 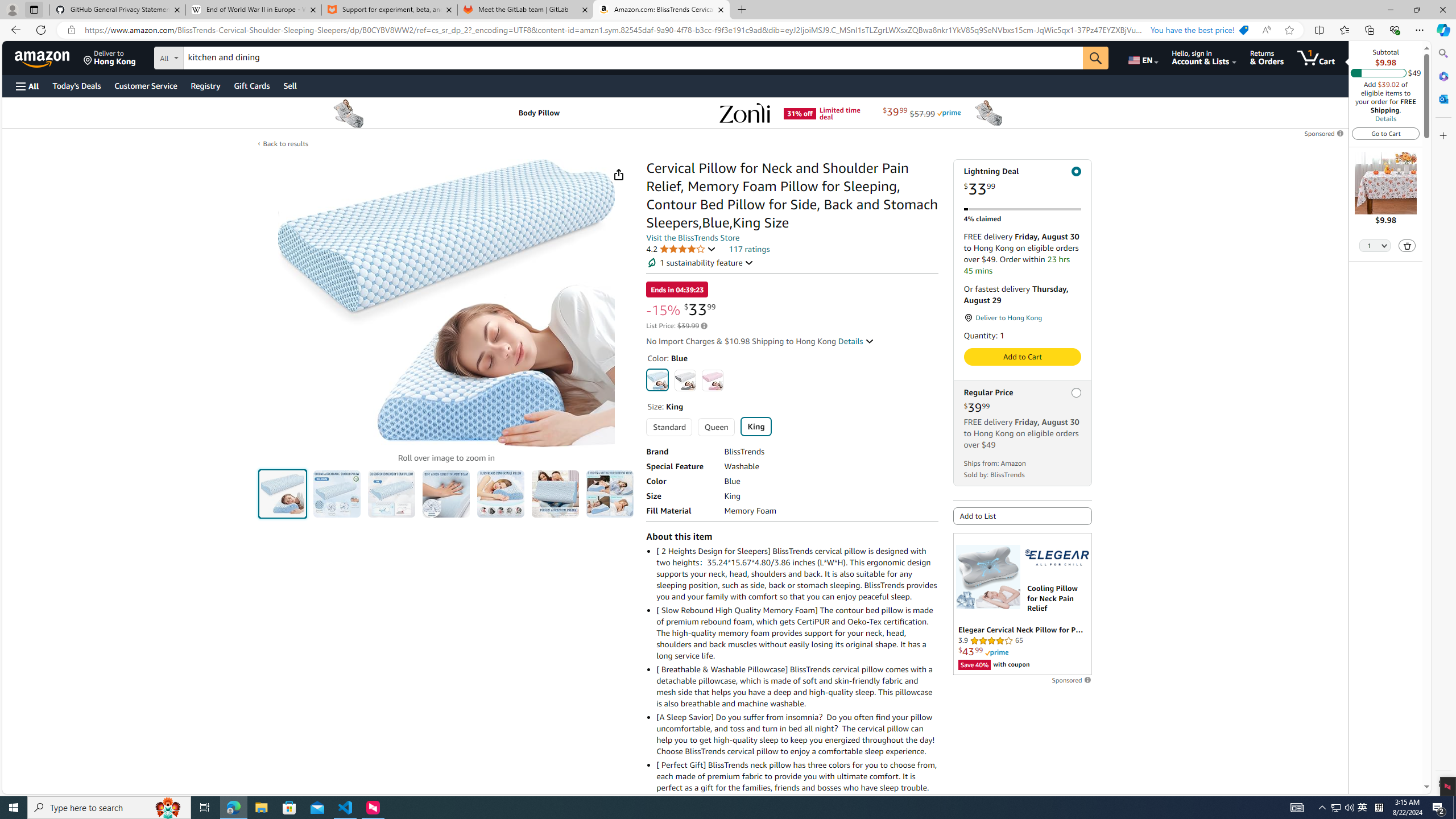 What do you see at coordinates (619, 174) in the screenshot?
I see `'Share'` at bounding box center [619, 174].